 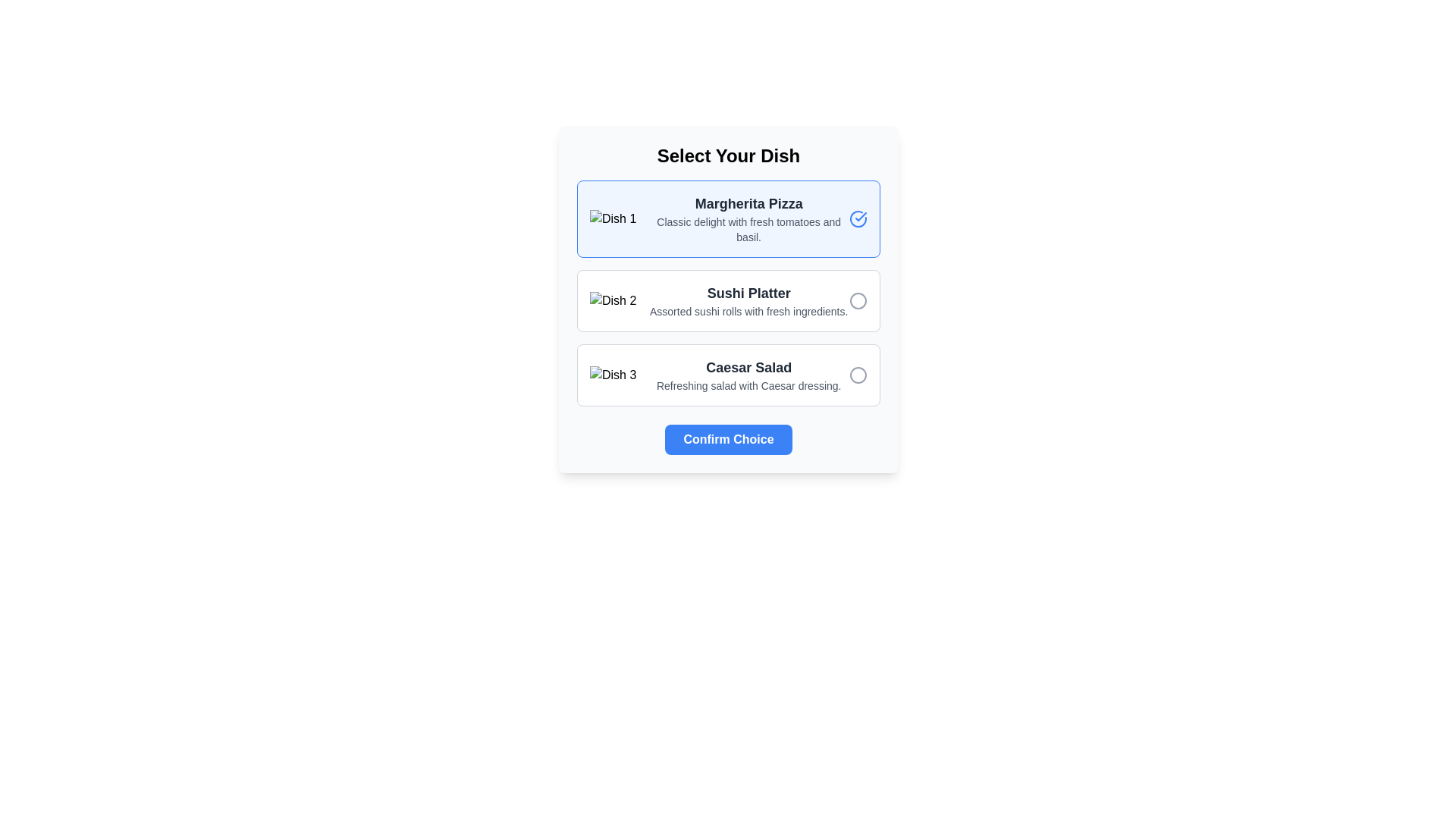 What do you see at coordinates (728, 301) in the screenshot?
I see `the 'Sushi Platter' selectable menu item with radio button` at bounding box center [728, 301].